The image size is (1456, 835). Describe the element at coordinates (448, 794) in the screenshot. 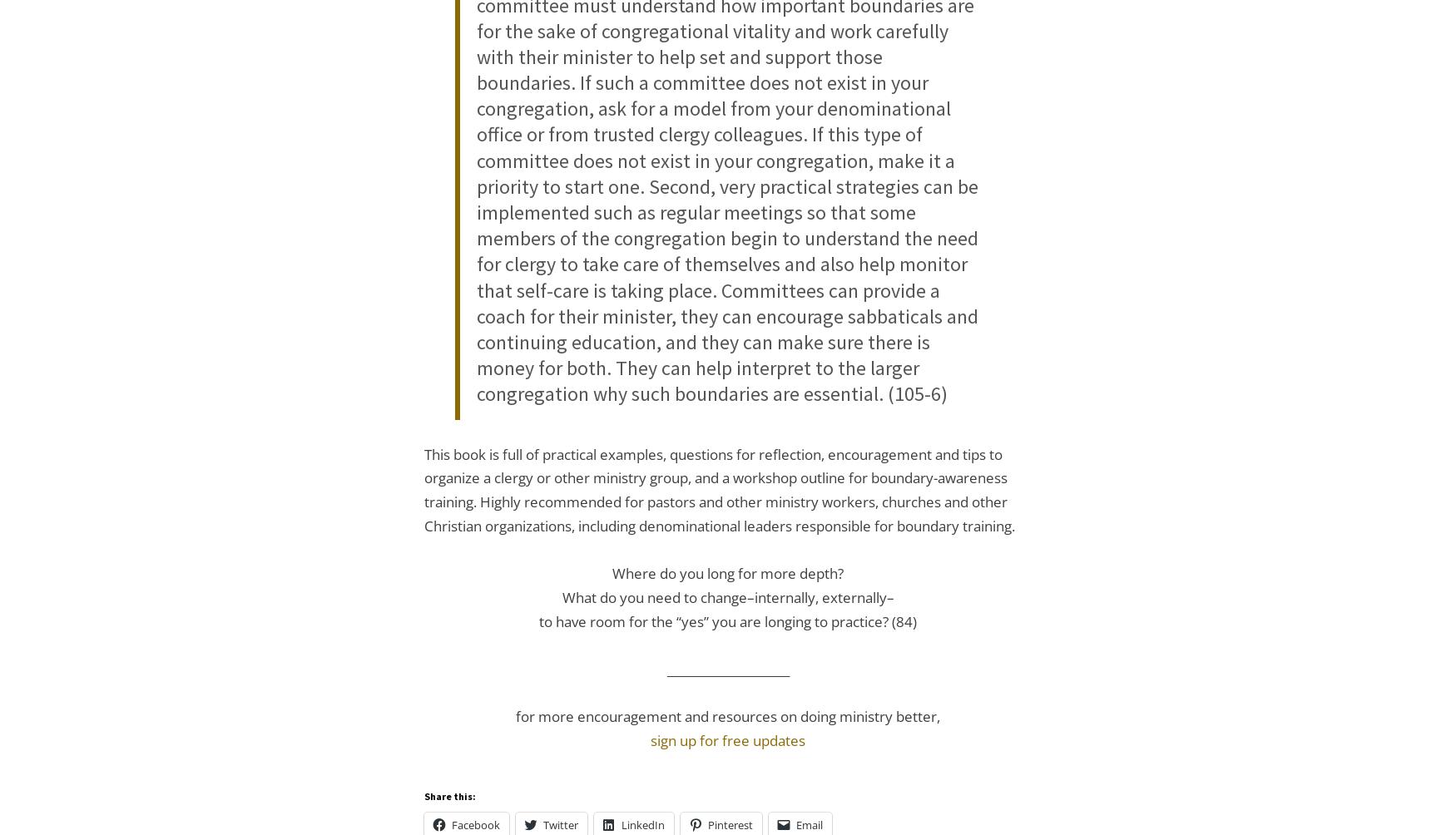

I see `'Share this:'` at that location.